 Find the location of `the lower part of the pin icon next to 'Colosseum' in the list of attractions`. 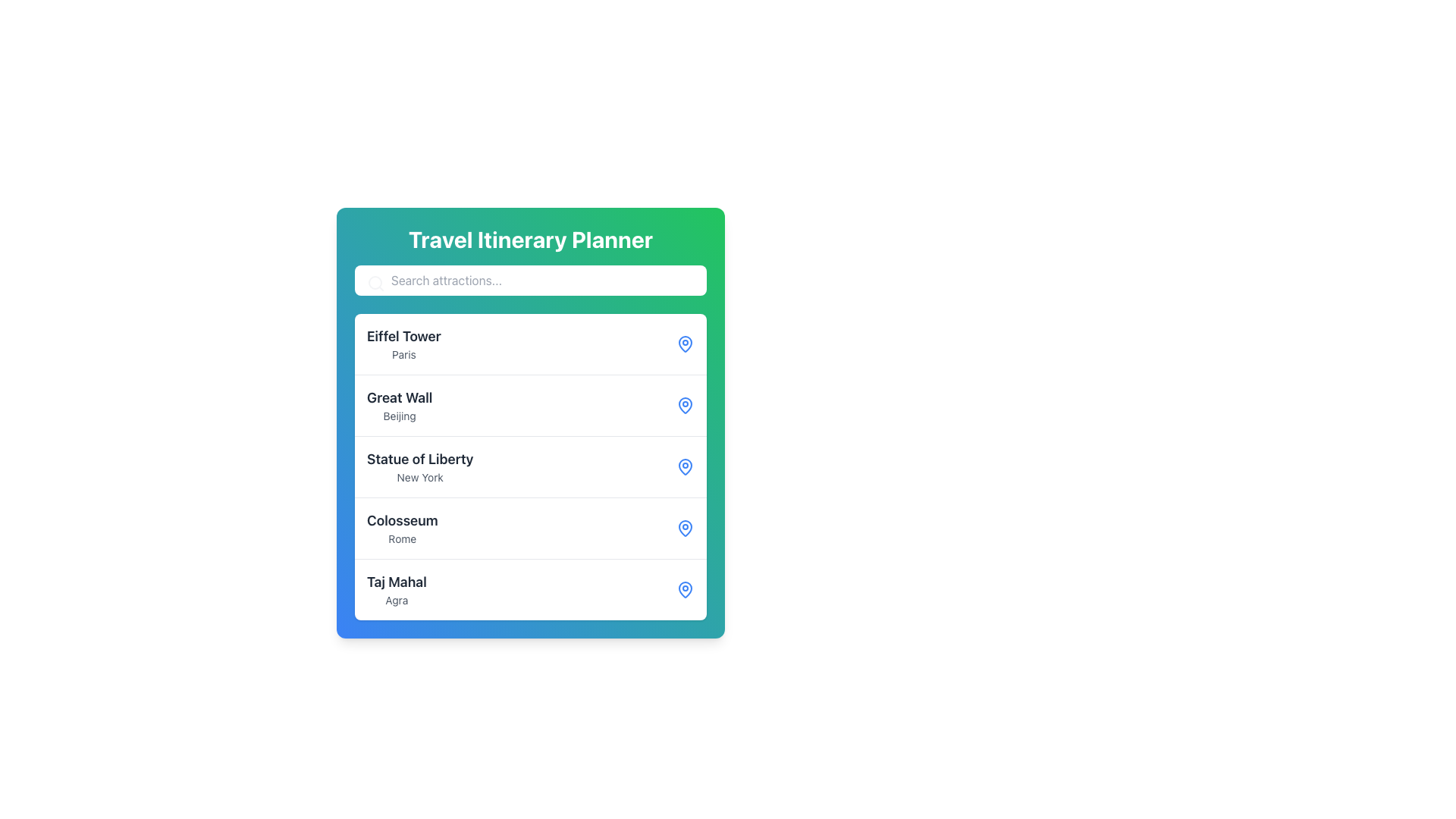

the lower part of the pin icon next to 'Colosseum' in the list of attractions is located at coordinates (684, 526).